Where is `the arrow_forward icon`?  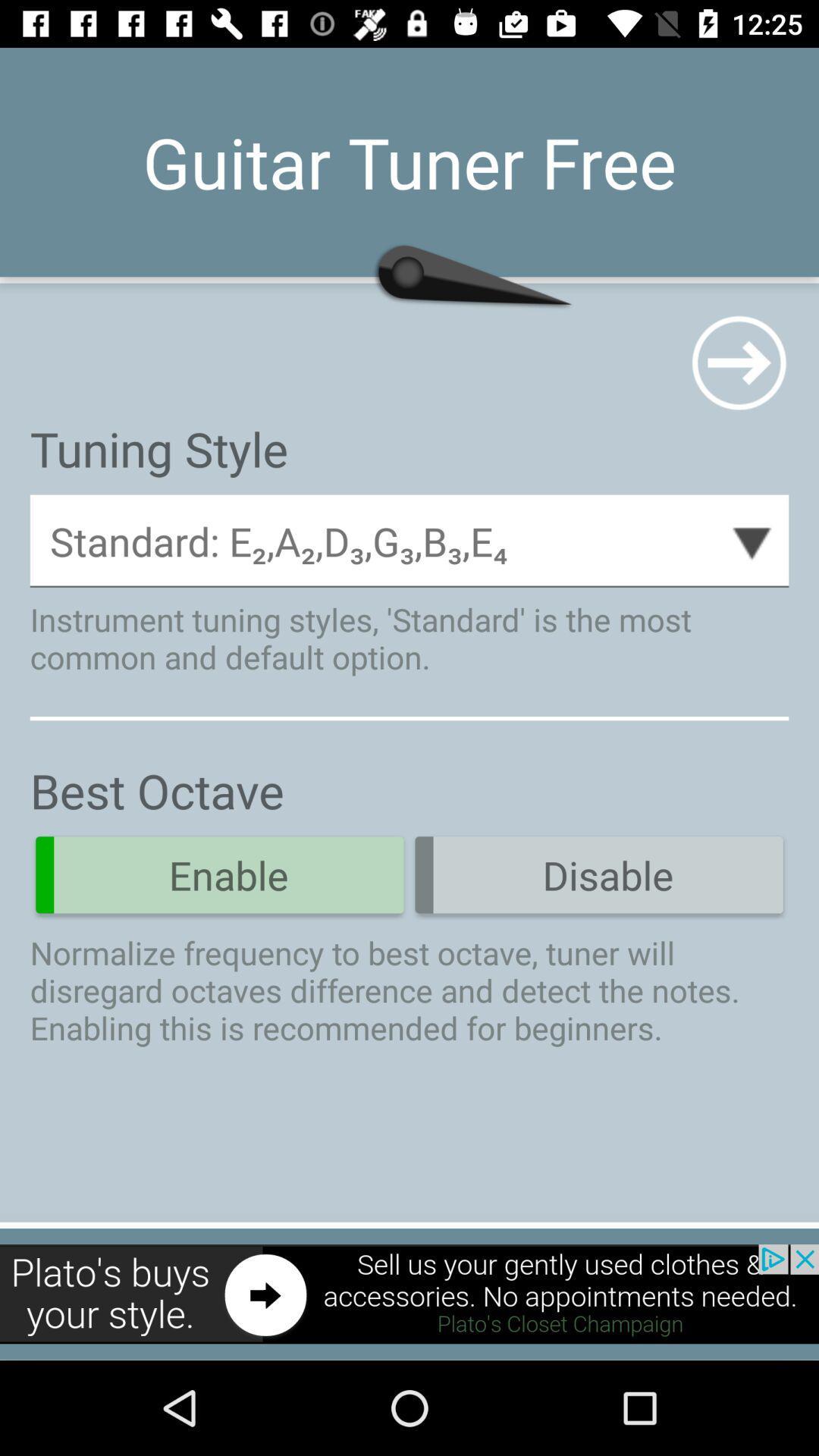 the arrow_forward icon is located at coordinates (738, 362).